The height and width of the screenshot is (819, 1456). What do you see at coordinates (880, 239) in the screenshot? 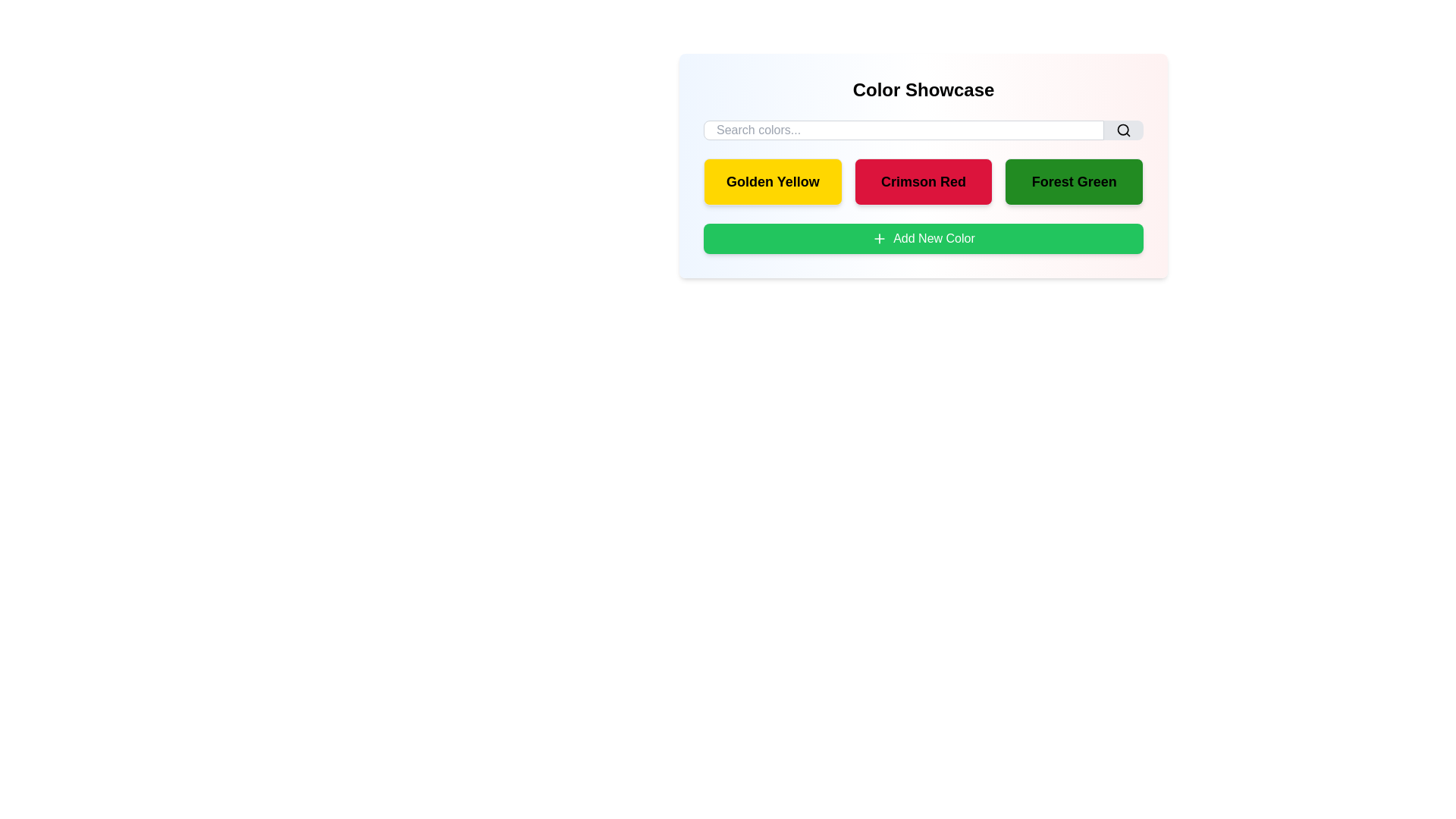
I see `the plus icon within the green button labeled 'Add New Color' to initiate the add action` at bounding box center [880, 239].